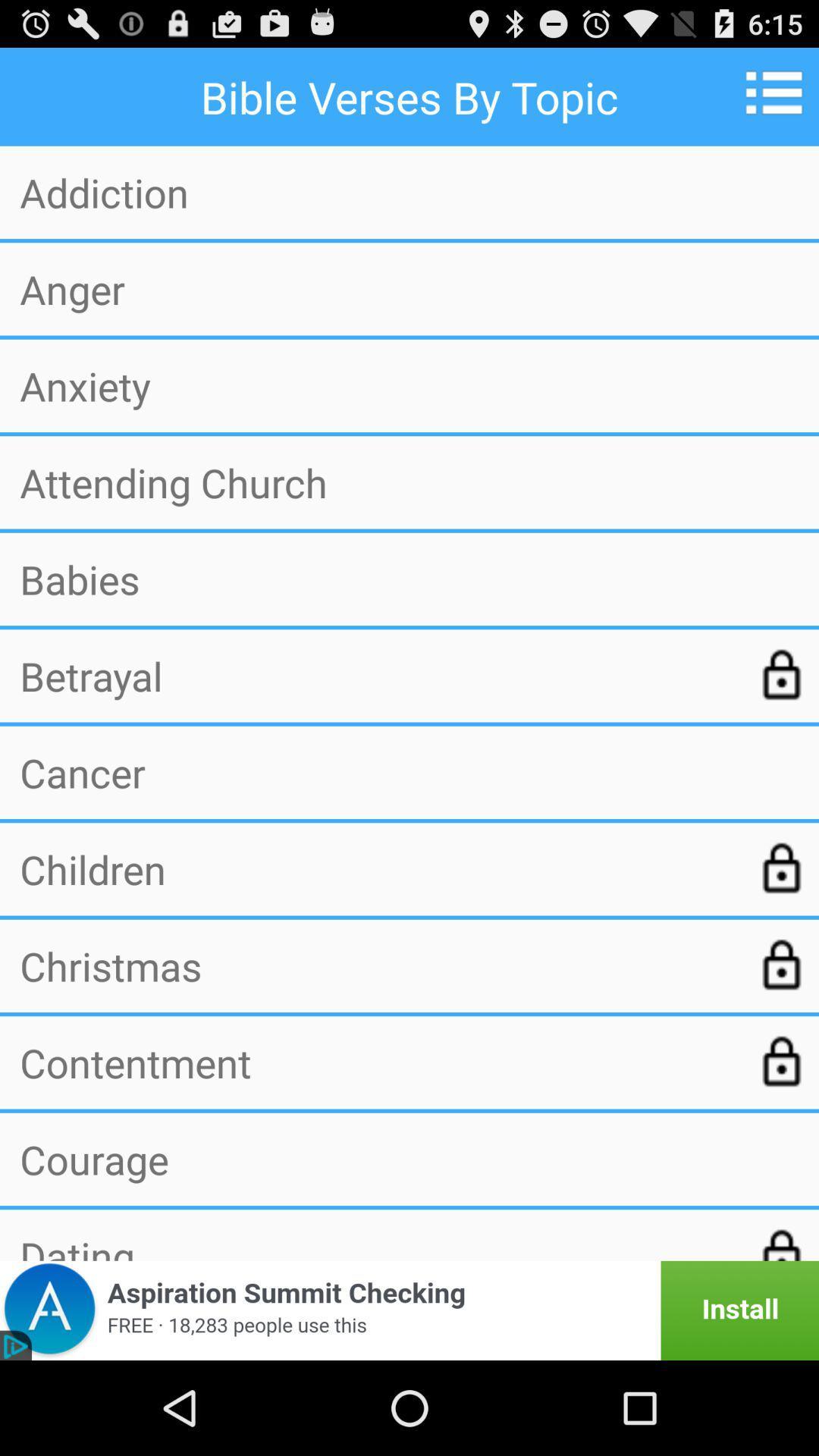 The image size is (819, 1456). What do you see at coordinates (376, 965) in the screenshot?
I see `the christmas app` at bounding box center [376, 965].